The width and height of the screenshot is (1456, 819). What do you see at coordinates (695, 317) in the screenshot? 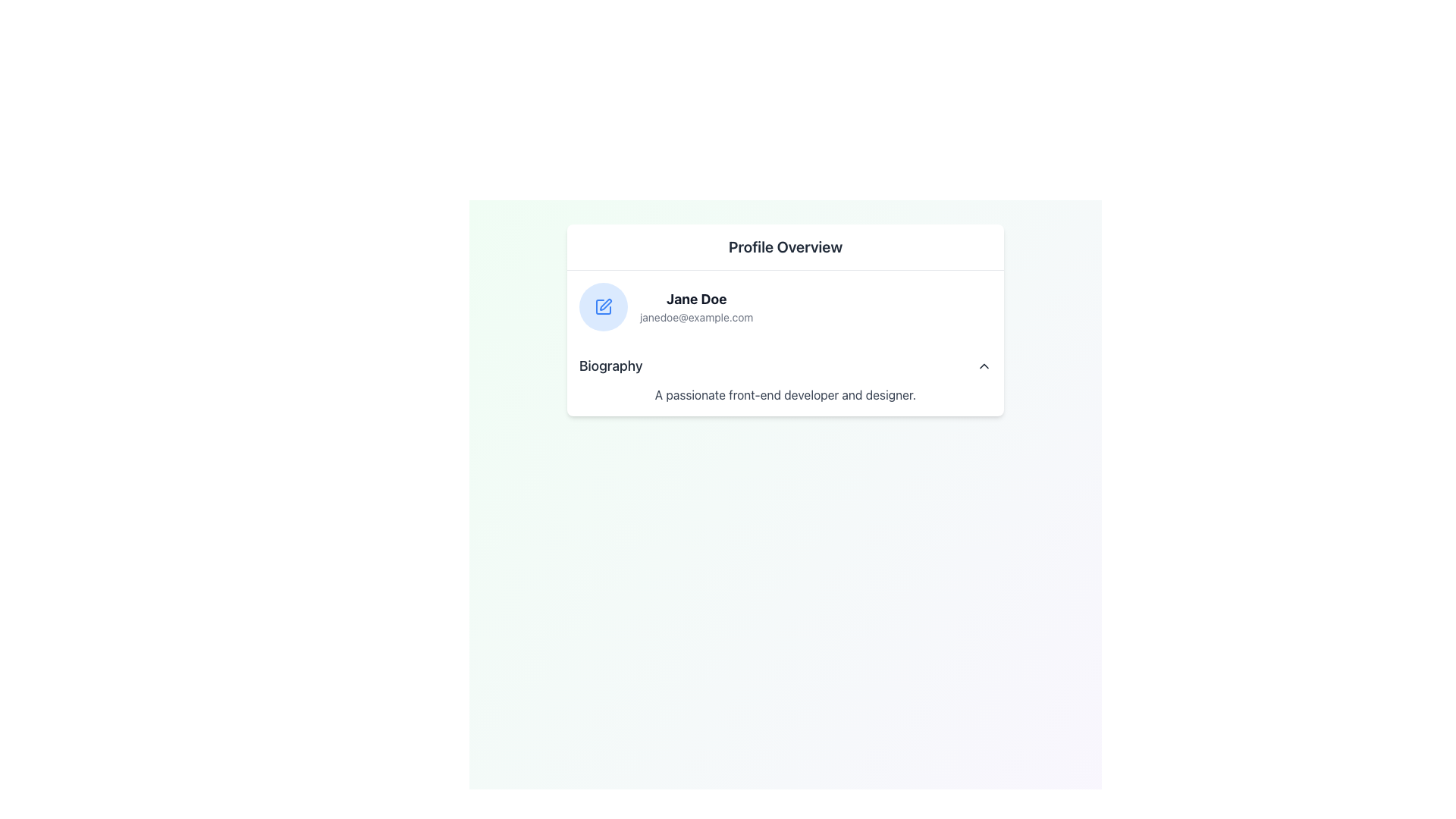
I see `the text label displaying the email address 'janedoe@example.com', which is located beneath the name 'Jane Doe' and to the right side of the layout` at bounding box center [695, 317].